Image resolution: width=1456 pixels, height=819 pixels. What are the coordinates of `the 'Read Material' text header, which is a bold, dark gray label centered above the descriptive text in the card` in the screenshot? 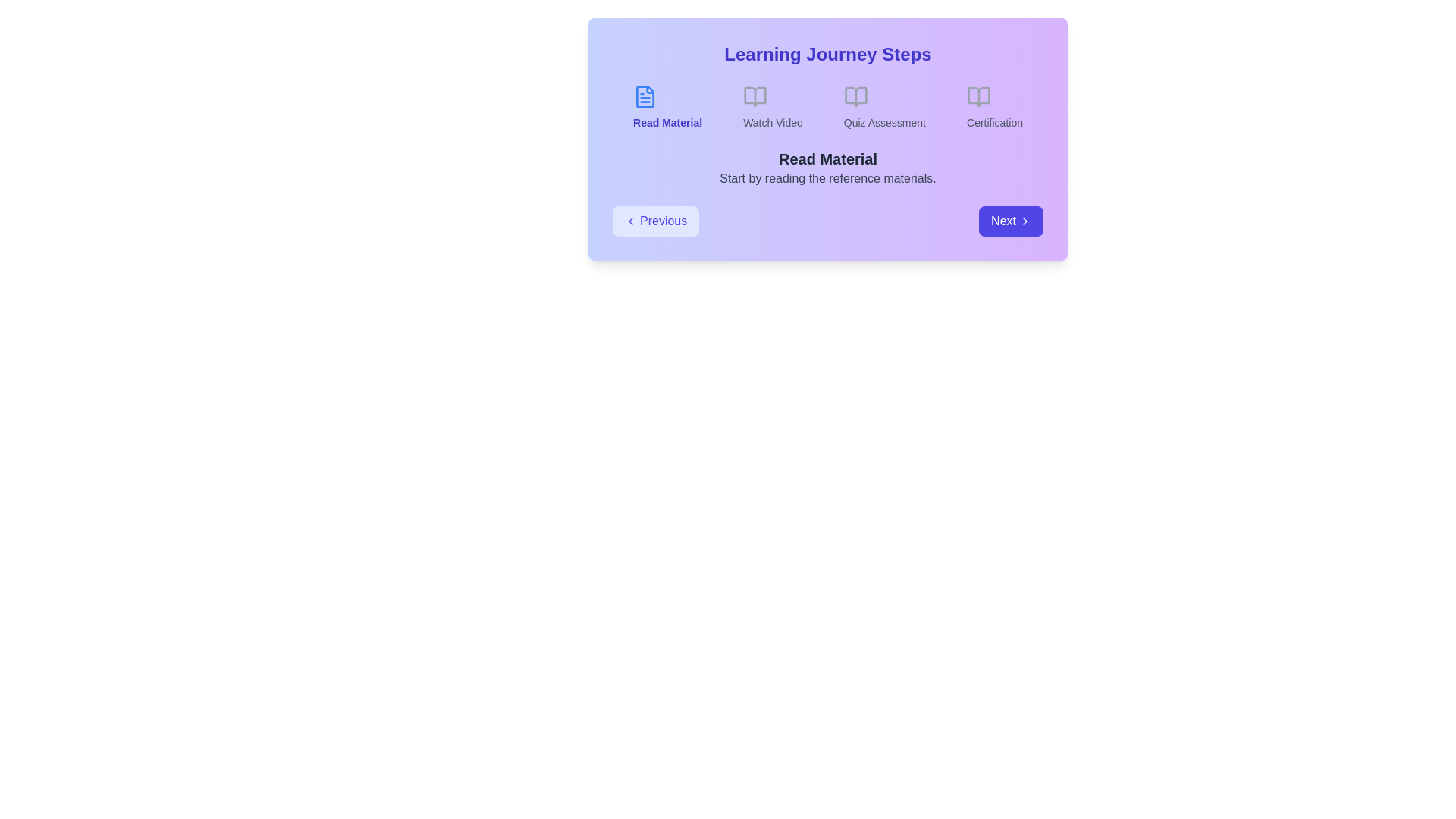 It's located at (827, 158).